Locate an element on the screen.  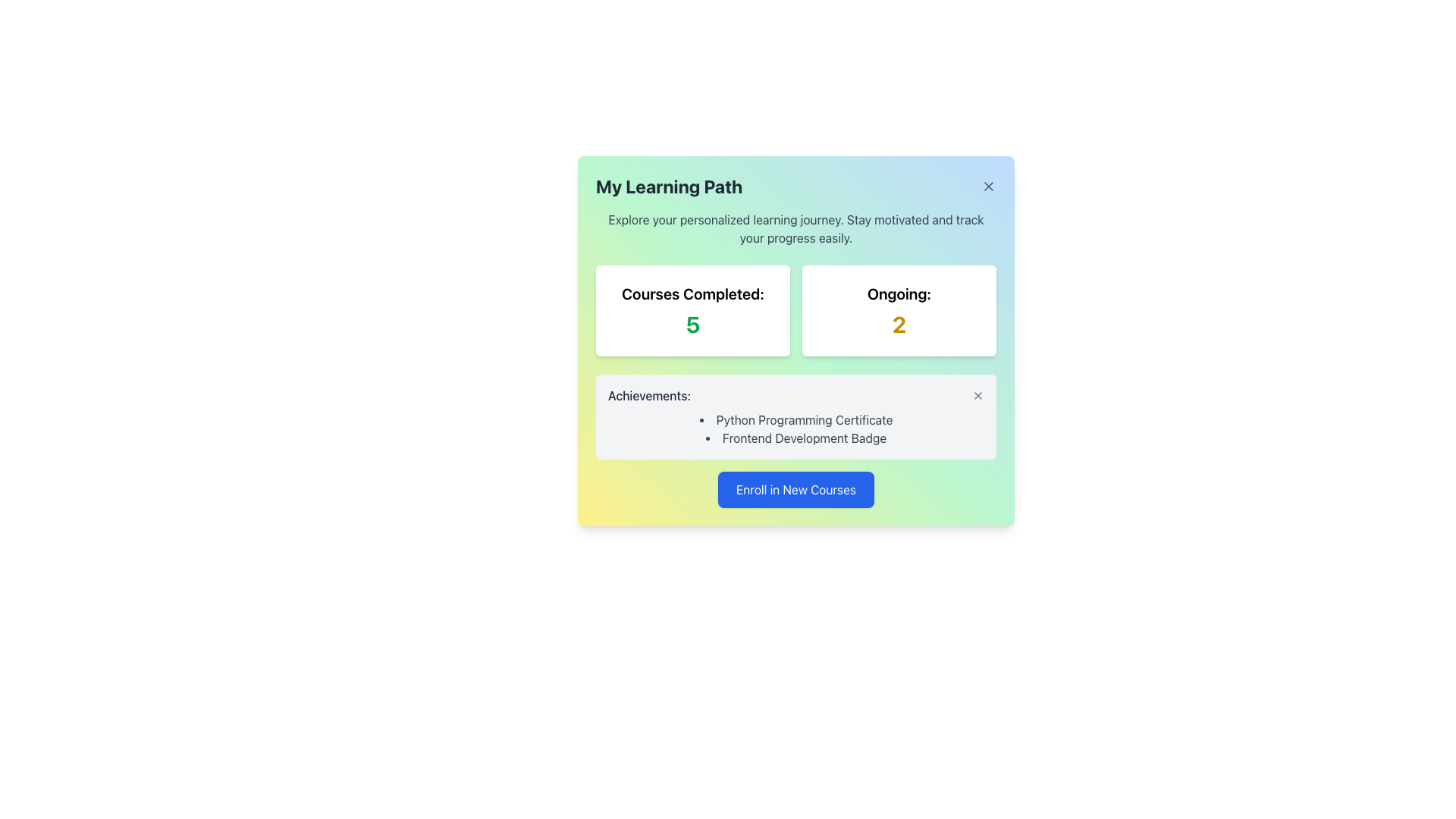
the Text Label located in the top-right division of a two-column layout, which indicates the category or count of ongoing items and is situated above the numeric value '2' is located at coordinates (899, 294).